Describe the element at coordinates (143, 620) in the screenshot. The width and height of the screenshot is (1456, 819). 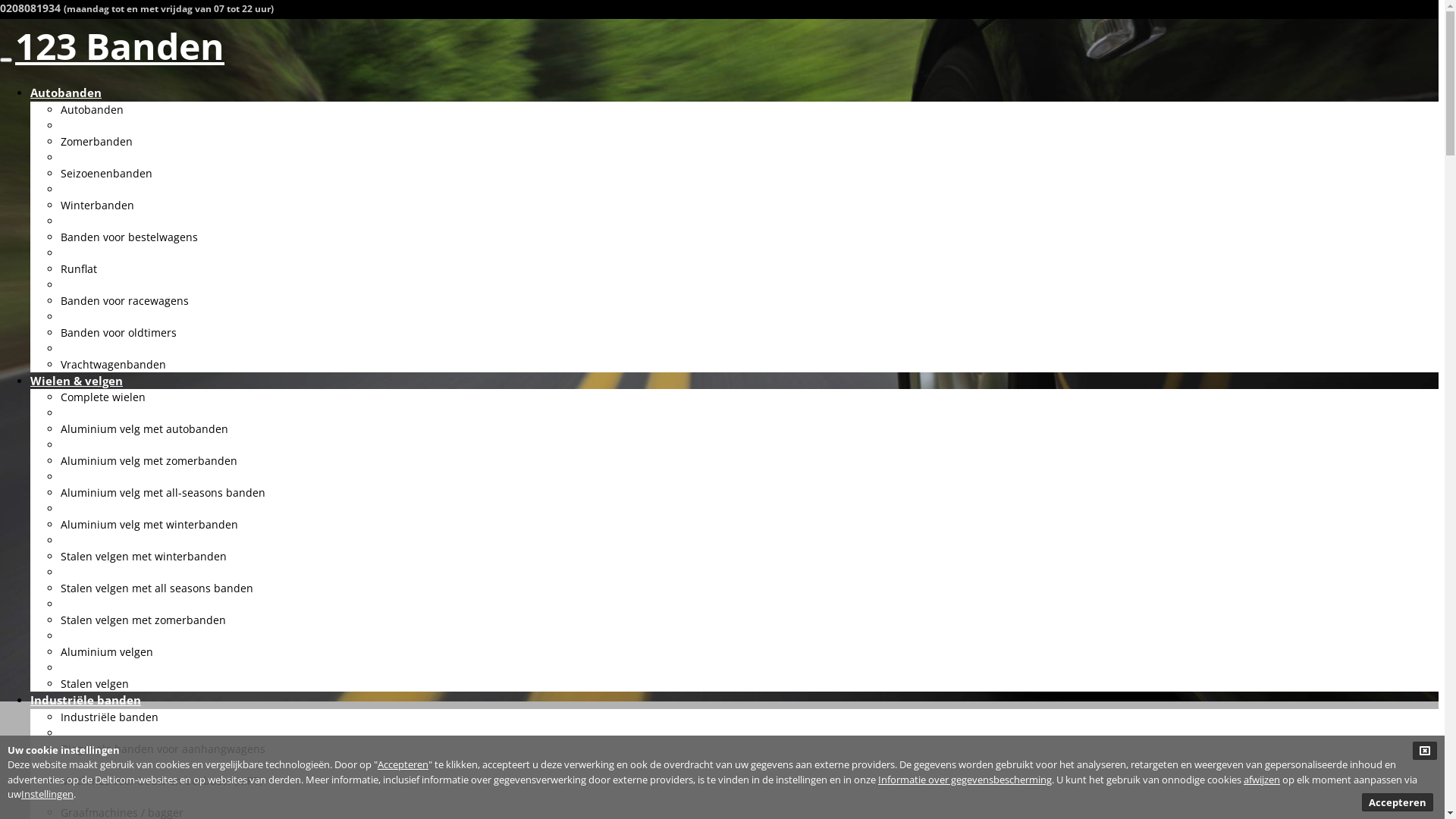
I see `'Stalen velgen met zomerbanden'` at that location.